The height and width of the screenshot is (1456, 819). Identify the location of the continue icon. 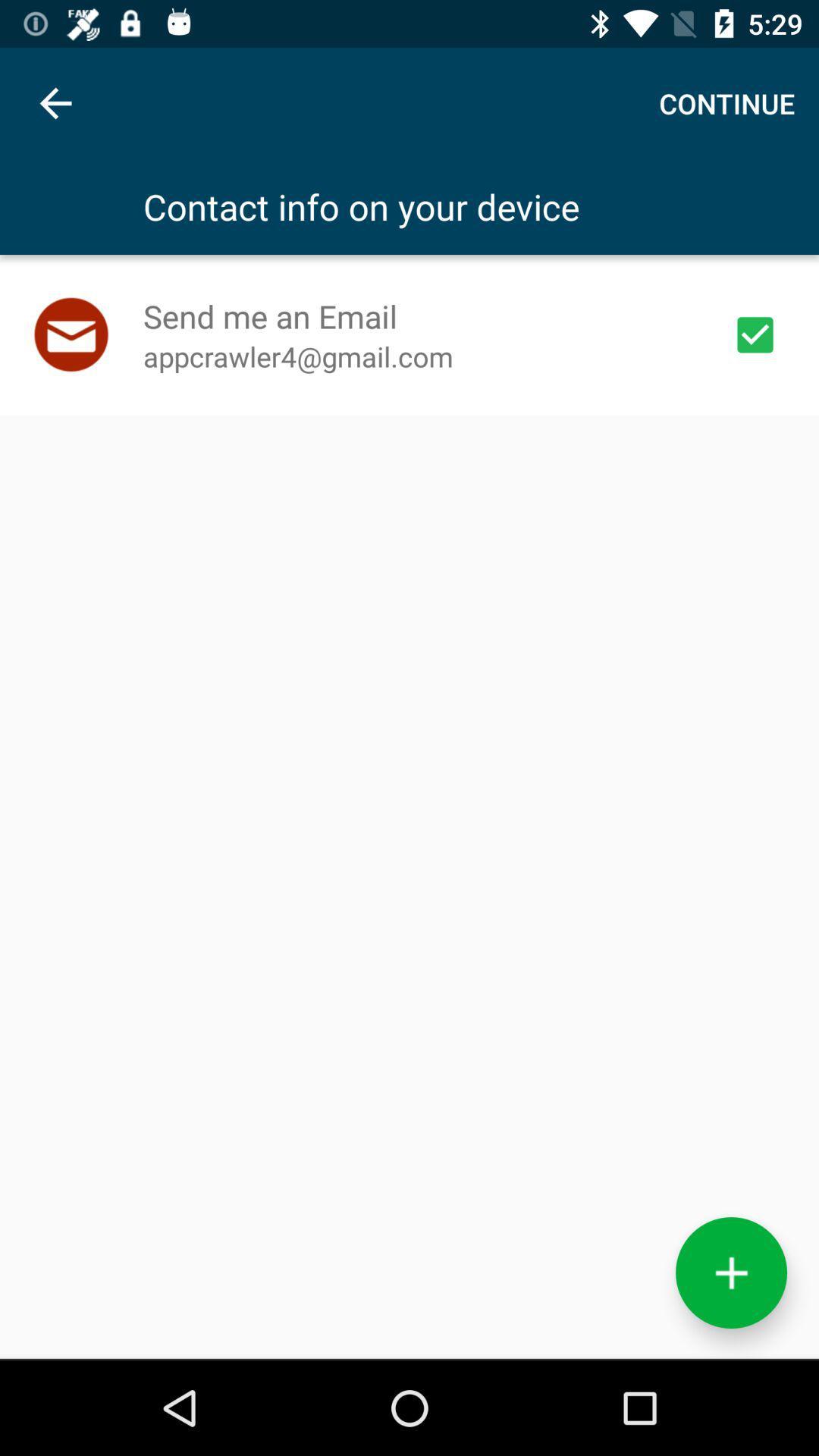
(726, 102).